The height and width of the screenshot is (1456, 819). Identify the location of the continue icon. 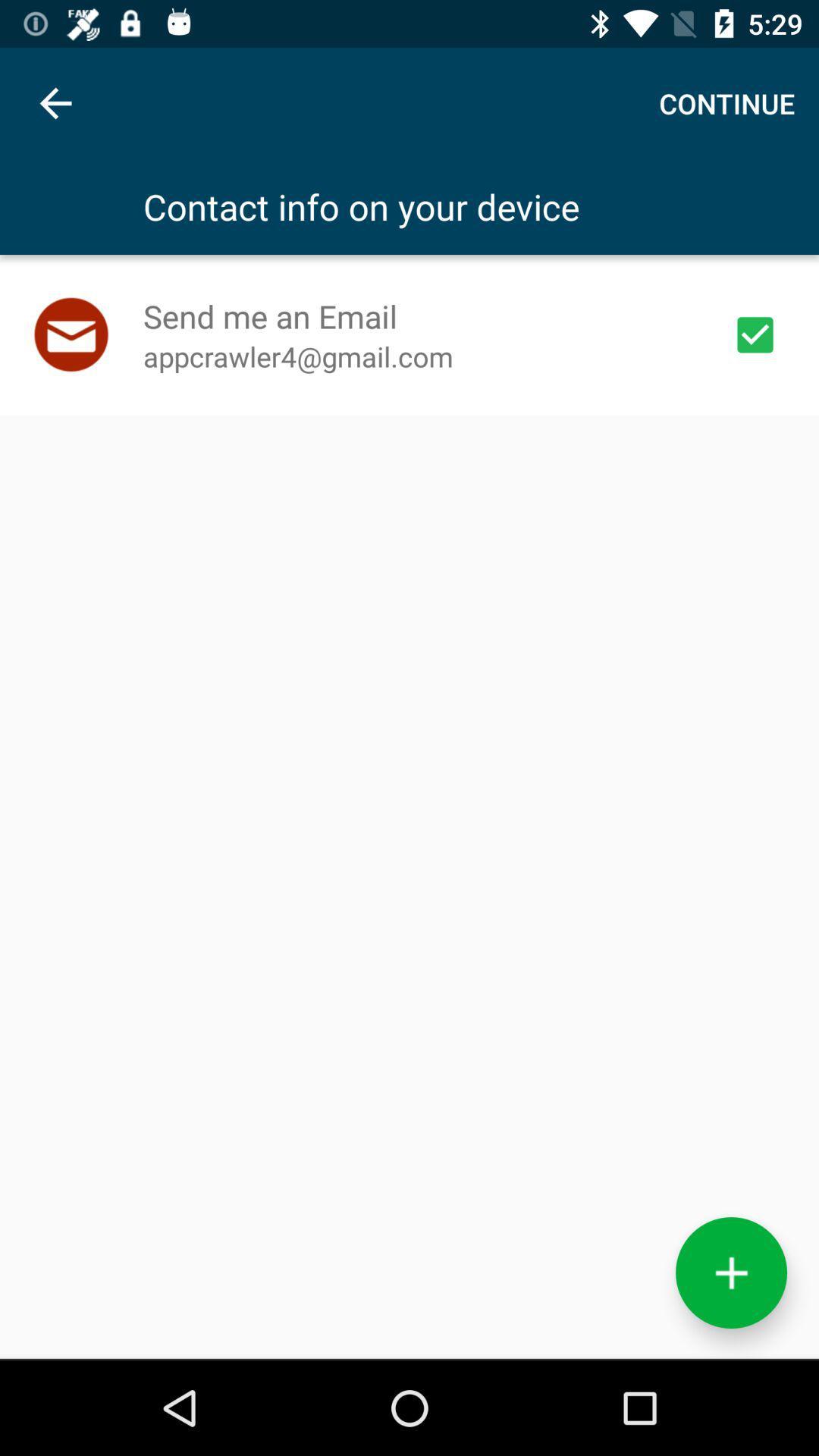
(726, 102).